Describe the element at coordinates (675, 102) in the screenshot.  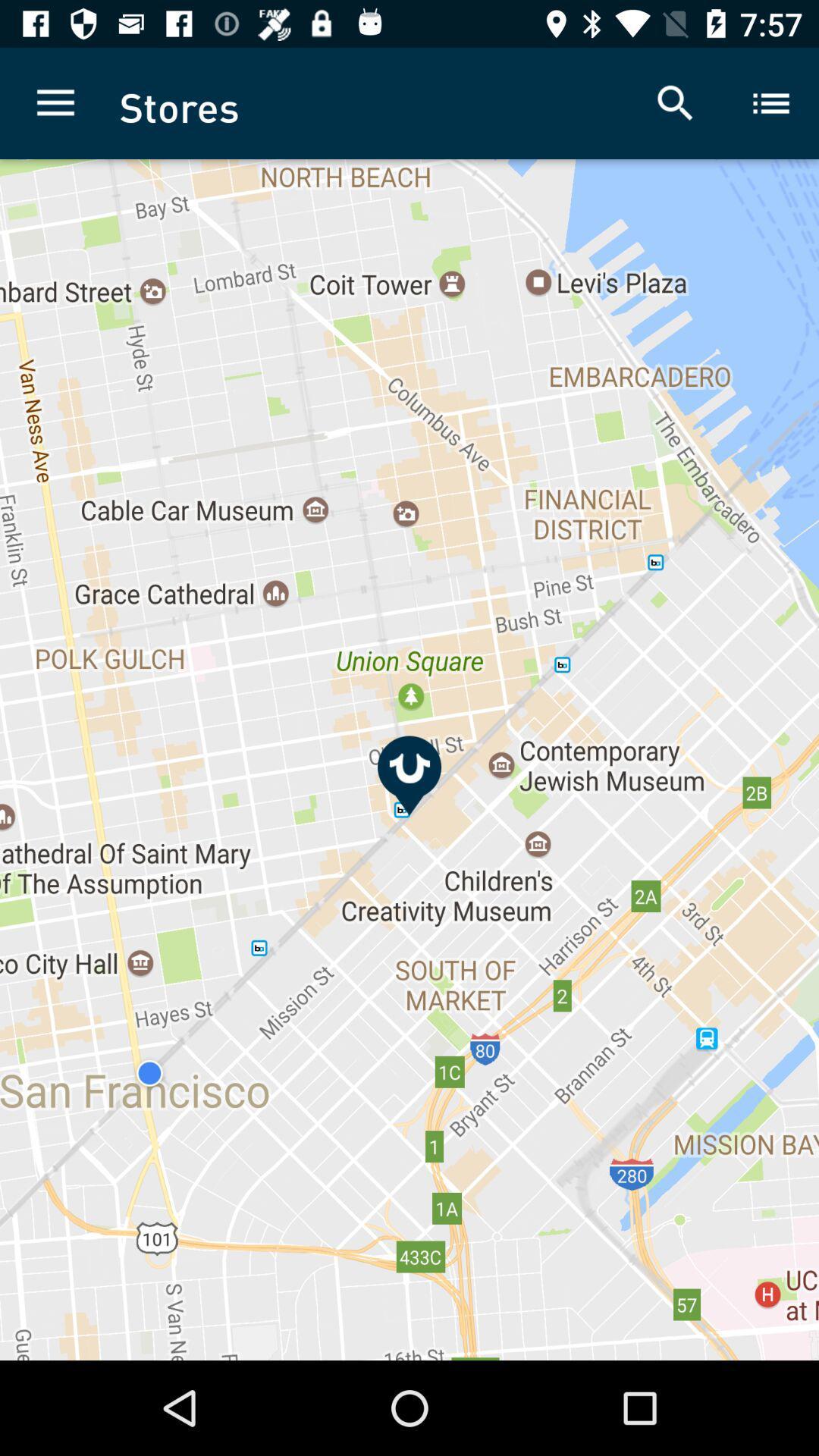
I see `the app to the right of stores item` at that location.